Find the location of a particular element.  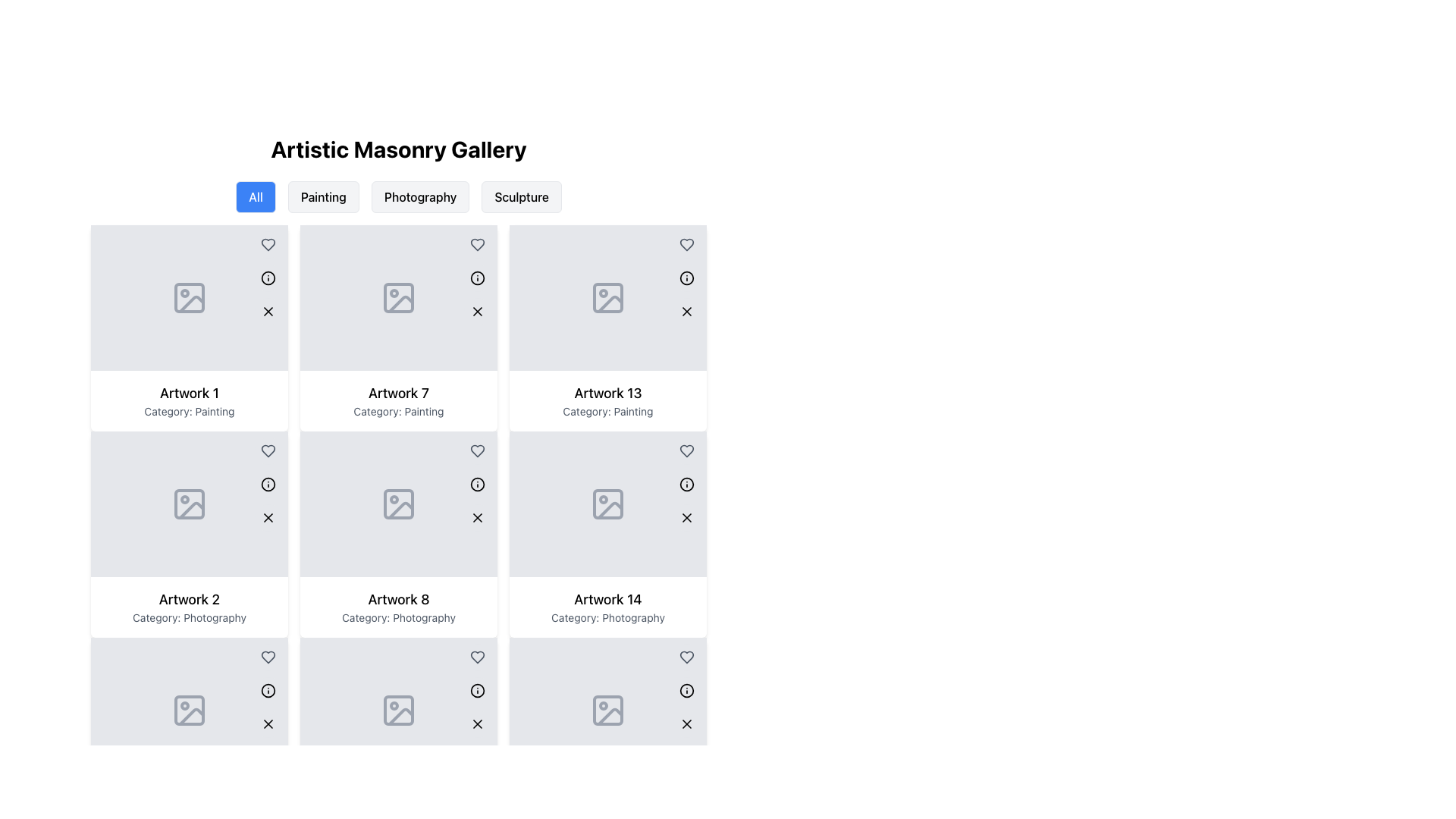

the close button (X) located at the bottom-right corner of the 'Artwork 14, Category: Photography' card is located at coordinates (686, 723).